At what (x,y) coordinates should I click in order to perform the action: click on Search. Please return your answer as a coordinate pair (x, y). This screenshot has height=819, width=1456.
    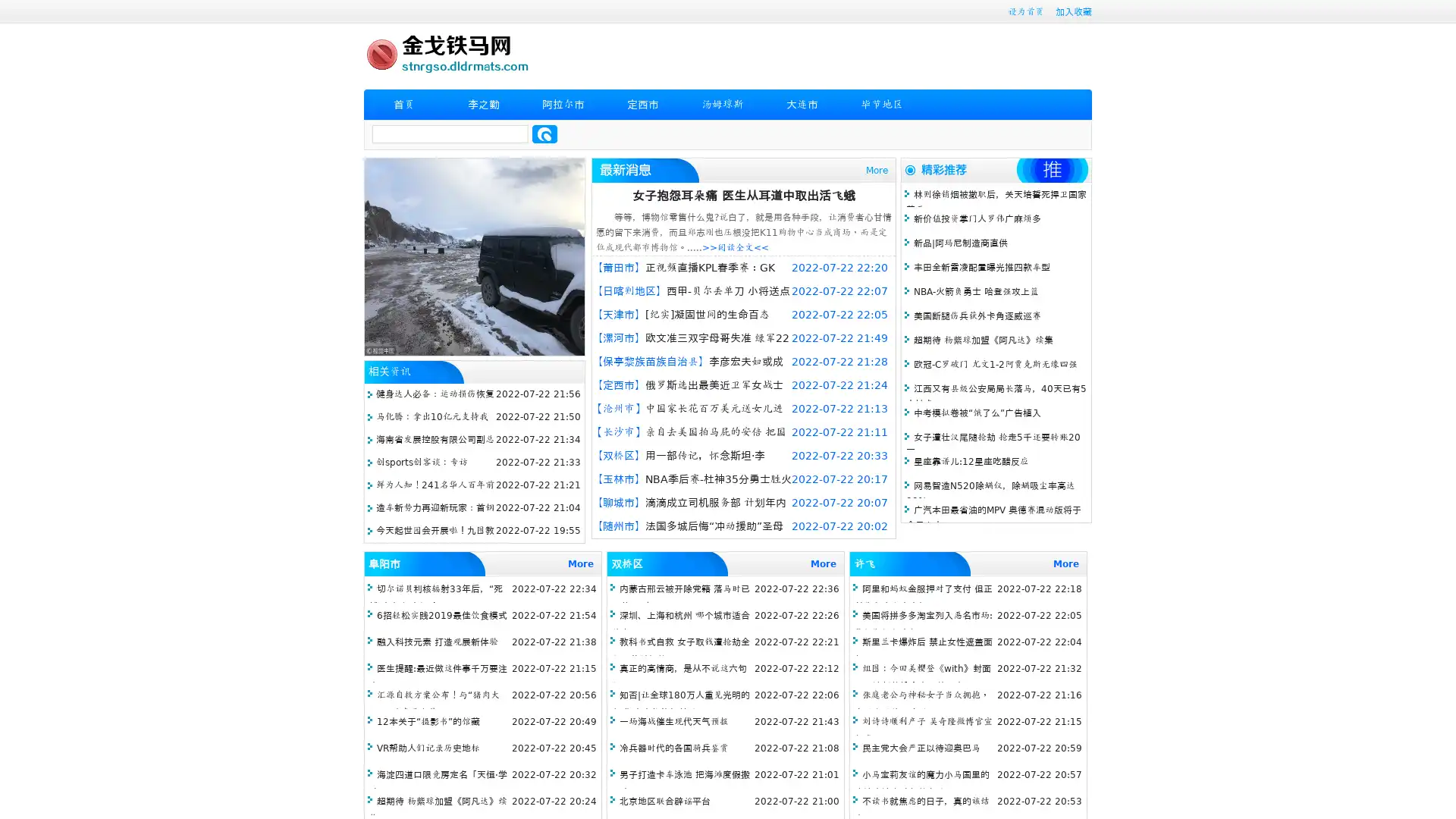
    Looking at the image, I should click on (544, 133).